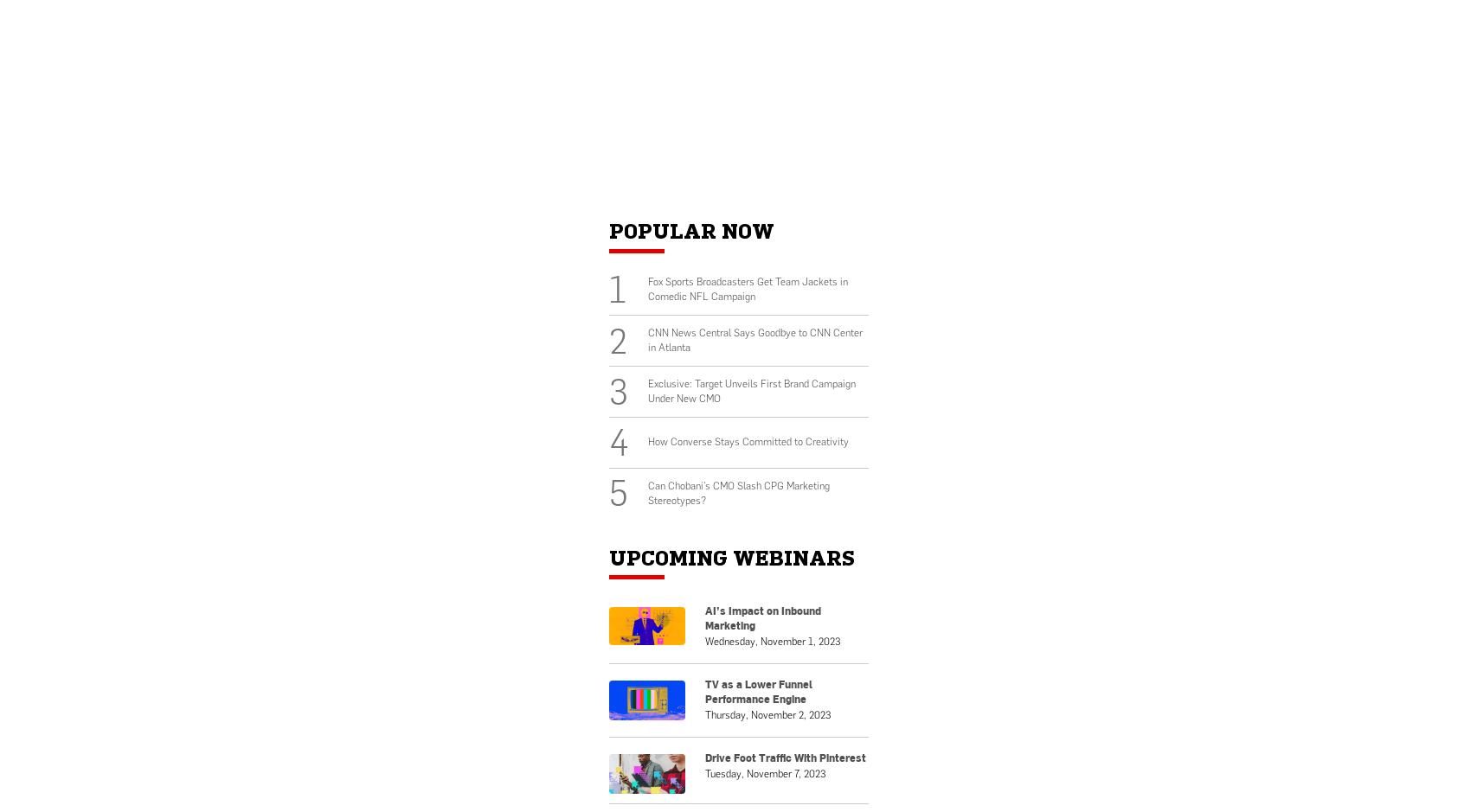  I want to click on 'CNN News Central Says Goodbye to CNN Center in Atlanta', so click(753, 339).